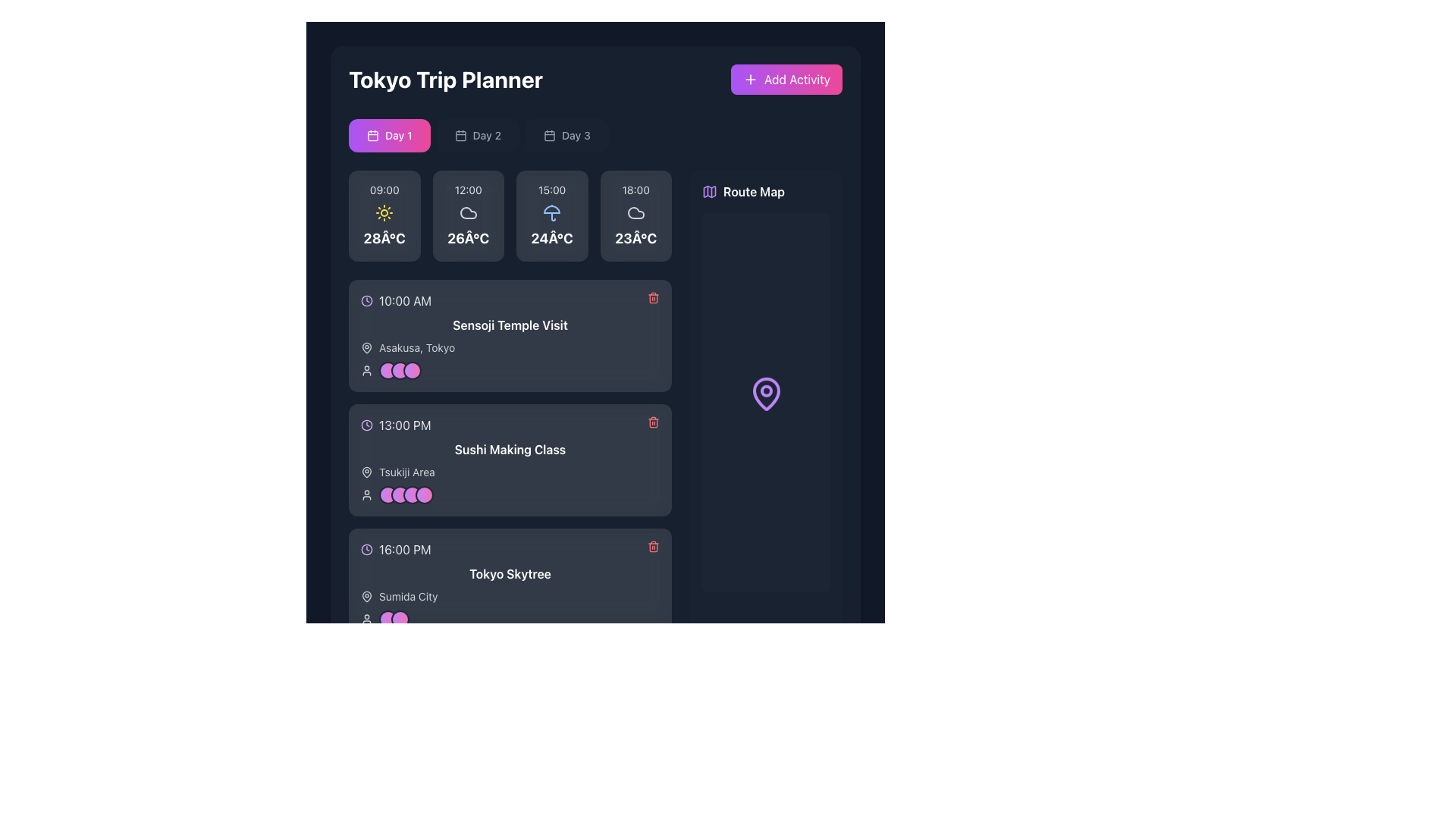 This screenshot has height=819, width=1456. I want to click on the linked page of the User group visualization component located in the 'Sushi Making Class' section, positioned underneath the text 'Tsukiji Area', so click(510, 494).